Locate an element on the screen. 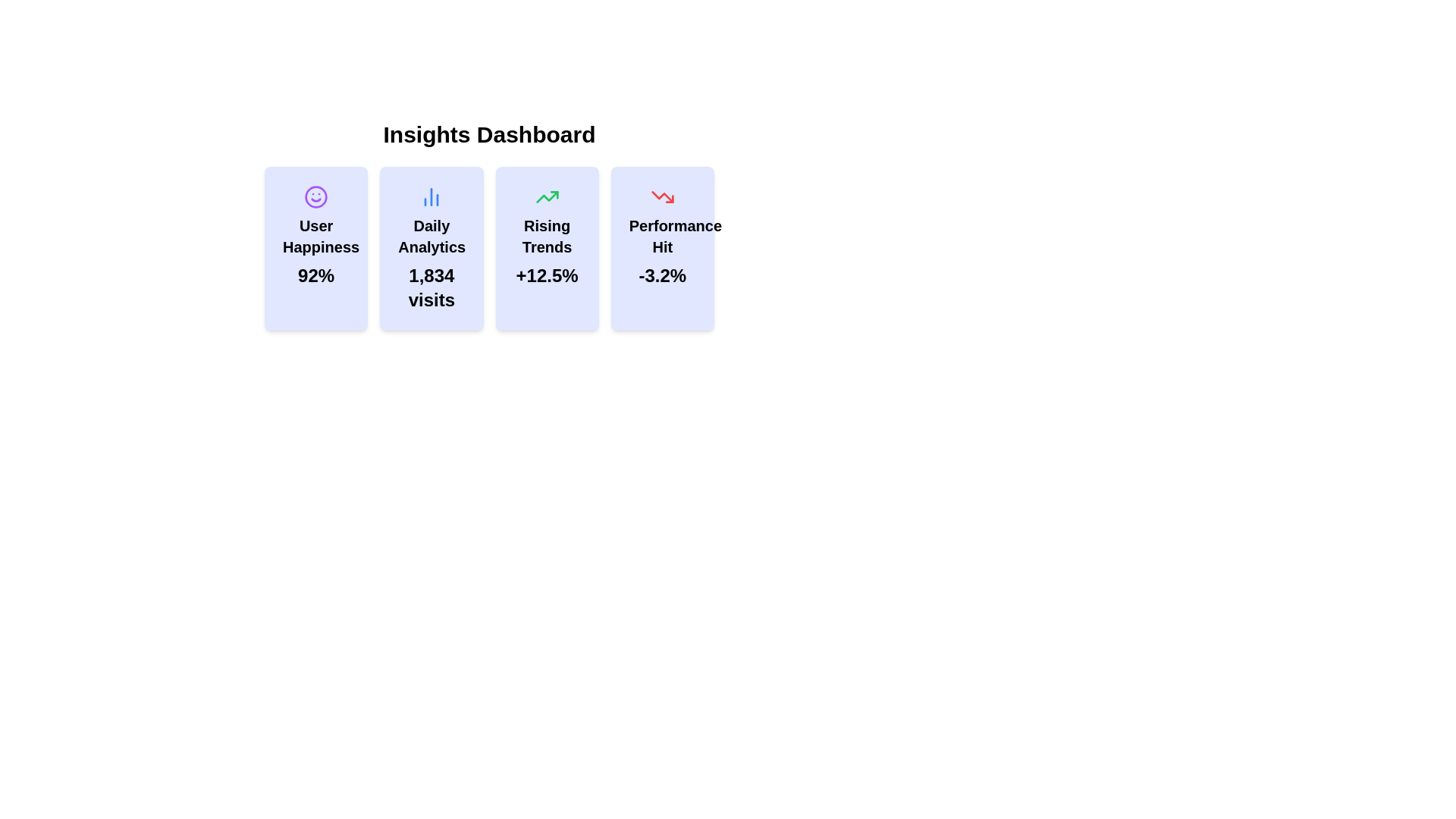 The width and height of the screenshot is (1456, 819). the bold, black text reading 'Rising Trends' which is centered within a light blue card in the Insights Dashboard is located at coordinates (546, 237).